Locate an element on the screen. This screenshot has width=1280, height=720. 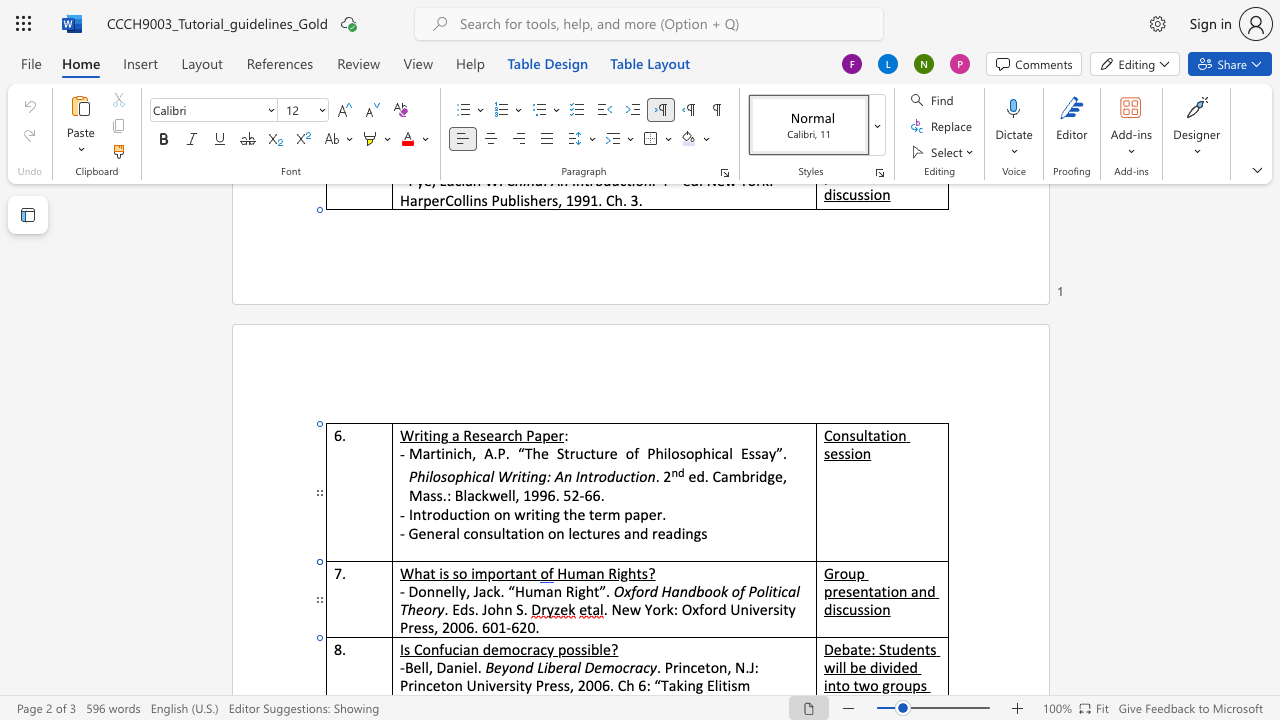
the space between the continuous character "n" and "i" in the text is located at coordinates (460, 667).